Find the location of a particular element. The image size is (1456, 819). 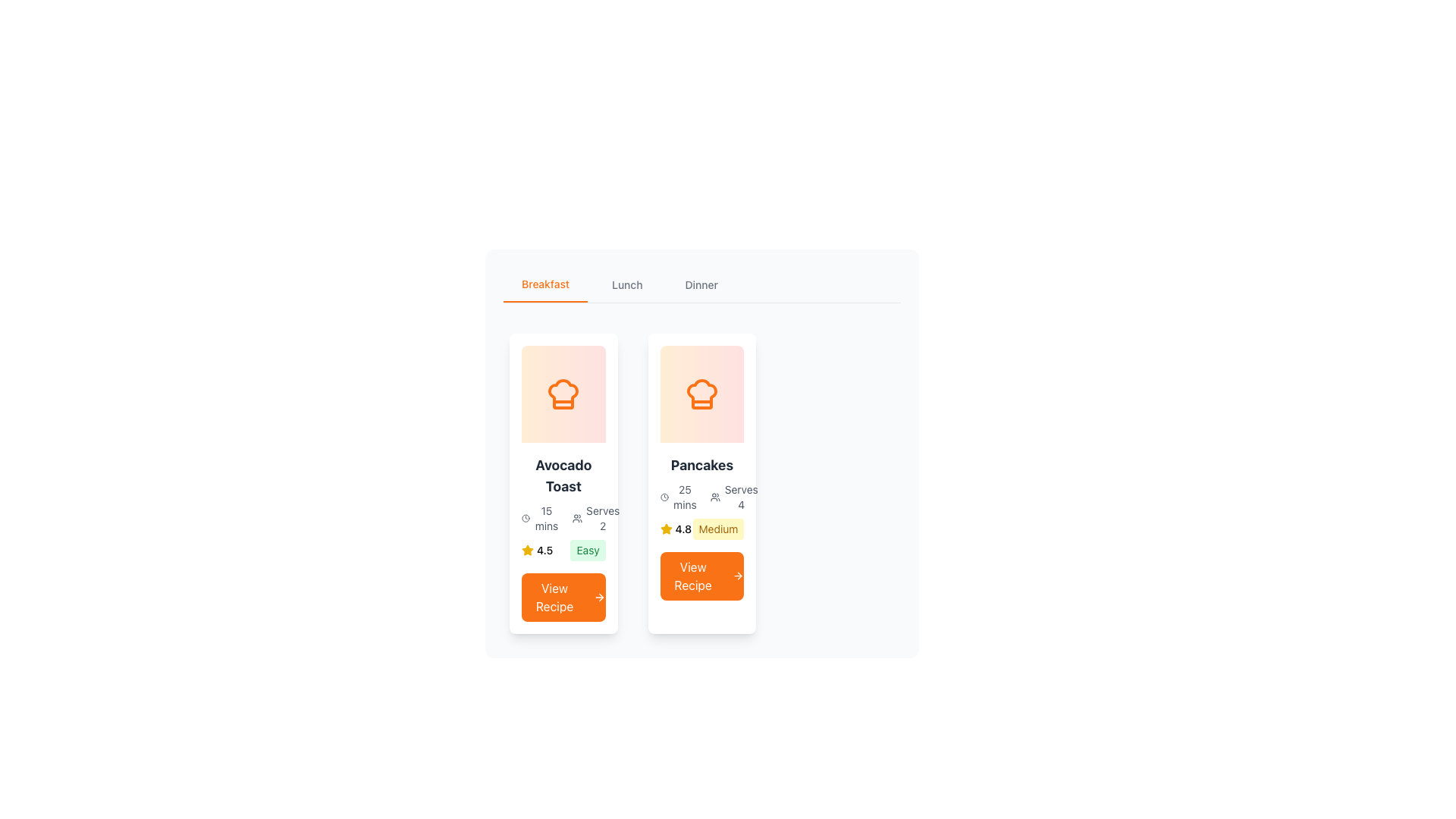

the 'Dinner' tab in the horizontal navigation bar to switch categories is located at coordinates (701, 284).